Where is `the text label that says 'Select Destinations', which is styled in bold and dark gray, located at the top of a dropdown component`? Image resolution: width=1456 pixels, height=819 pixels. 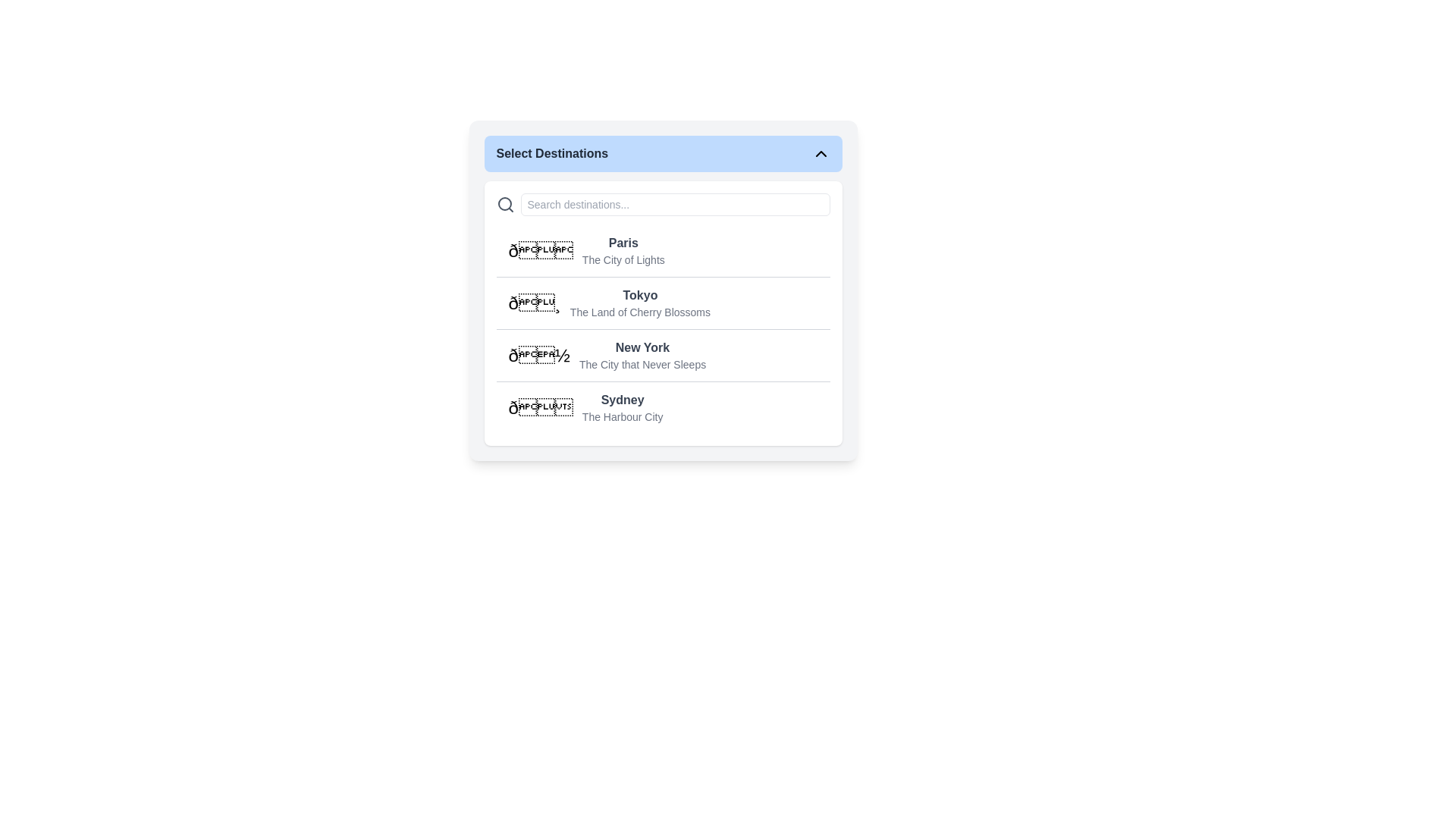
the text label that says 'Select Destinations', which is styled in bold and dark gray, located at the top of a dropdown component is located at coordinates (551, 154).